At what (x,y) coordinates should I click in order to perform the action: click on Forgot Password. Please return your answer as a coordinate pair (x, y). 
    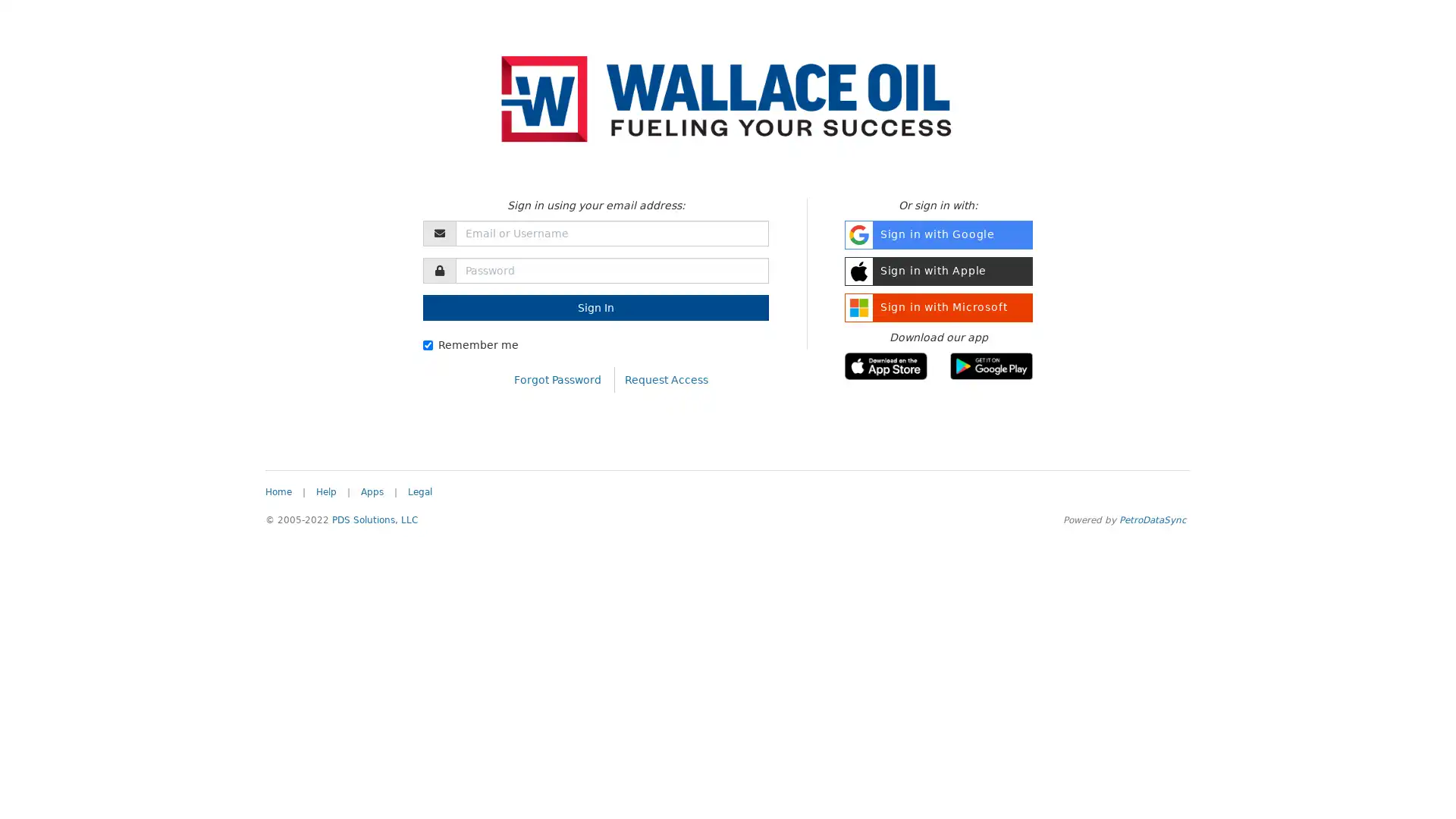
    Looking at the image, I should click on (556, 378).